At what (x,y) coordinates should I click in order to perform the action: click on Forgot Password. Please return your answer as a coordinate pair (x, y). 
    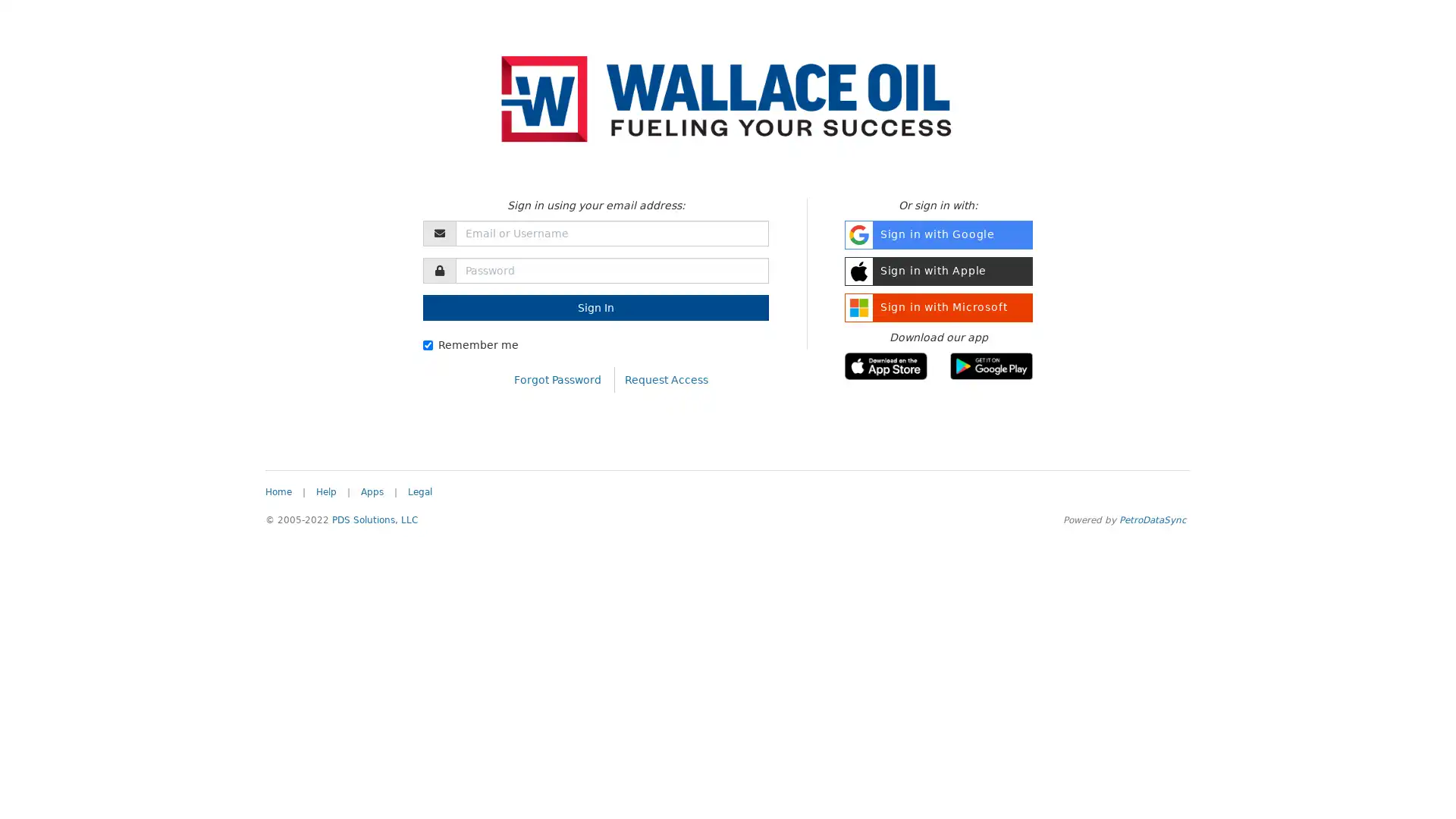
    Looking at the image, I should click on (556, 378).